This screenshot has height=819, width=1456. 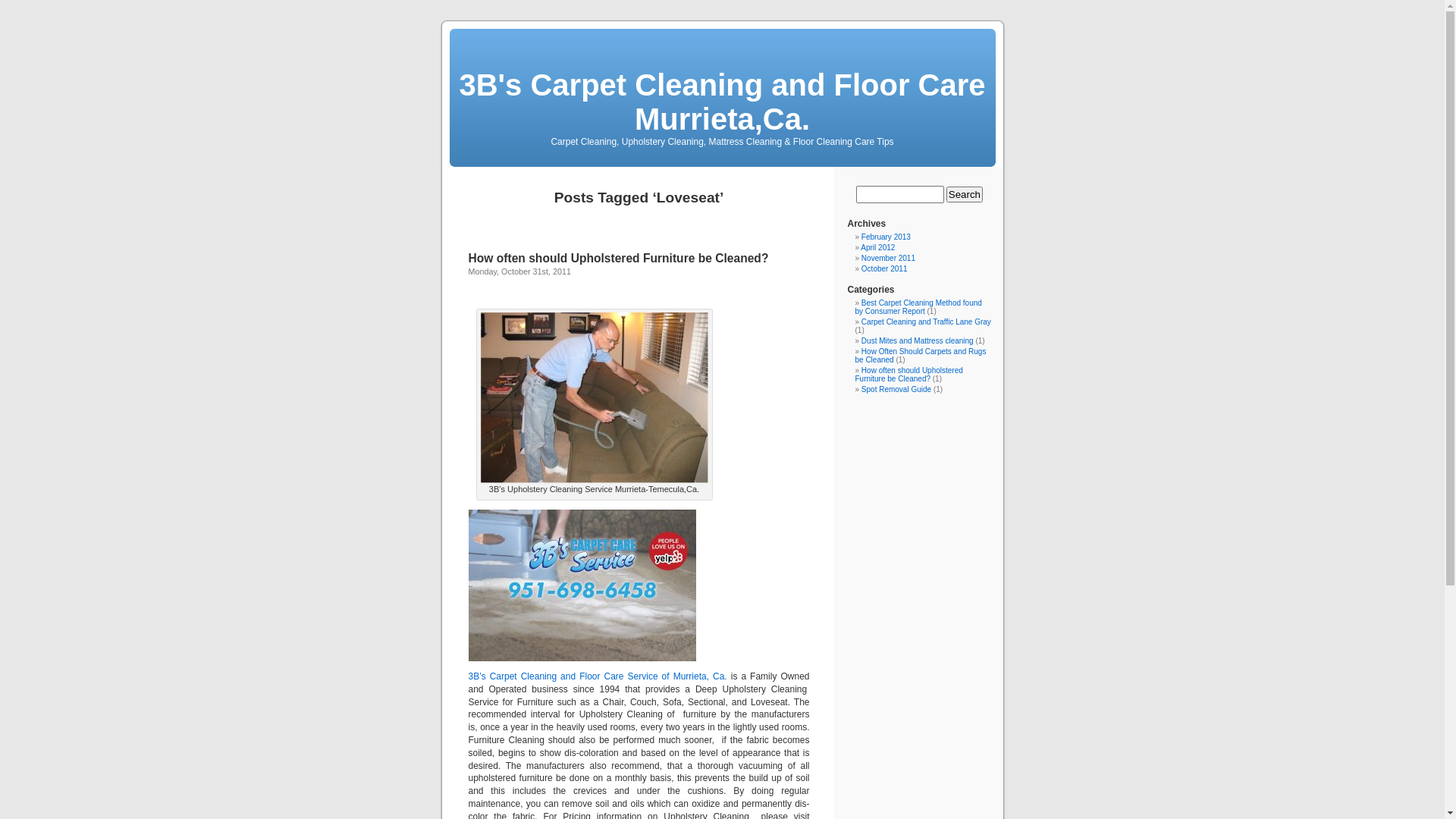 I want to click on 'Search', so click(x=964, y=193).